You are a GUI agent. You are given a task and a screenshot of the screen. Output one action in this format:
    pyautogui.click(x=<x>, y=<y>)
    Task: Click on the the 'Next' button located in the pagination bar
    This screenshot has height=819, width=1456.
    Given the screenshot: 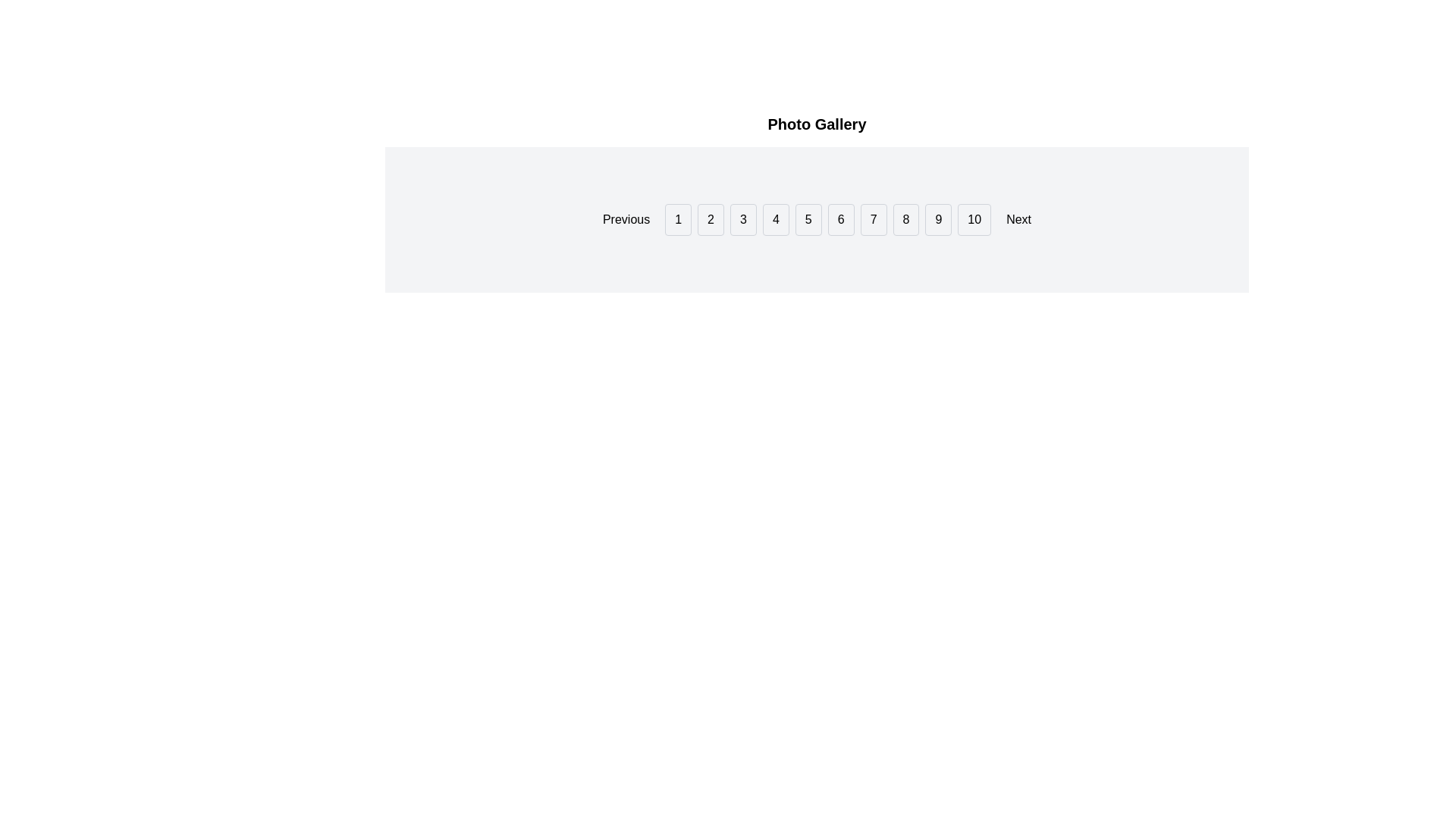 What is the action you would take?
    pyautogui.click(x=1018, y=219)
    